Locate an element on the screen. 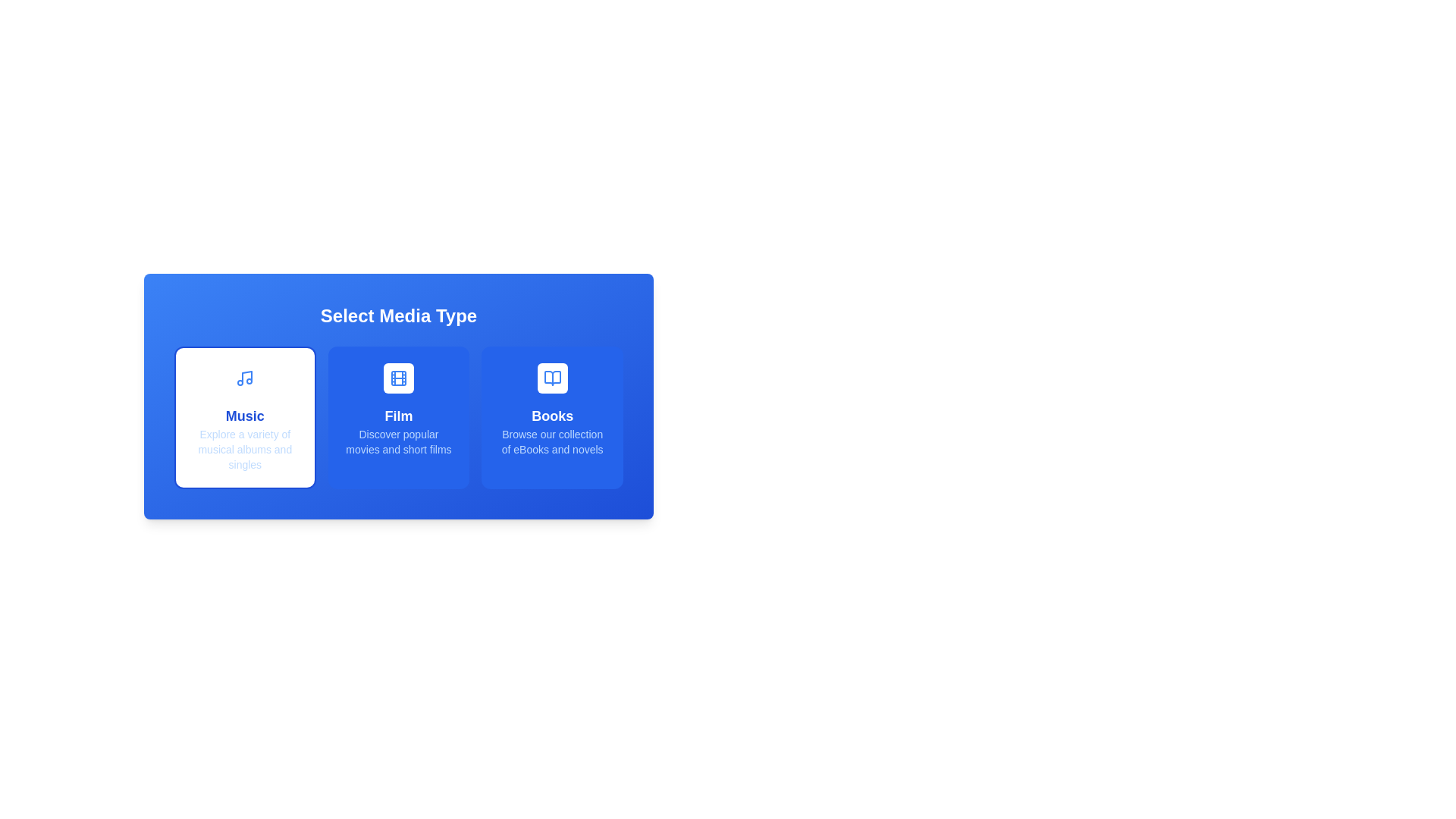 The height and width of the screenshot is (819, 1456). the open book icon with a blue outline located in the lower right quadrant of the interface is located at coordinates (551, 377).